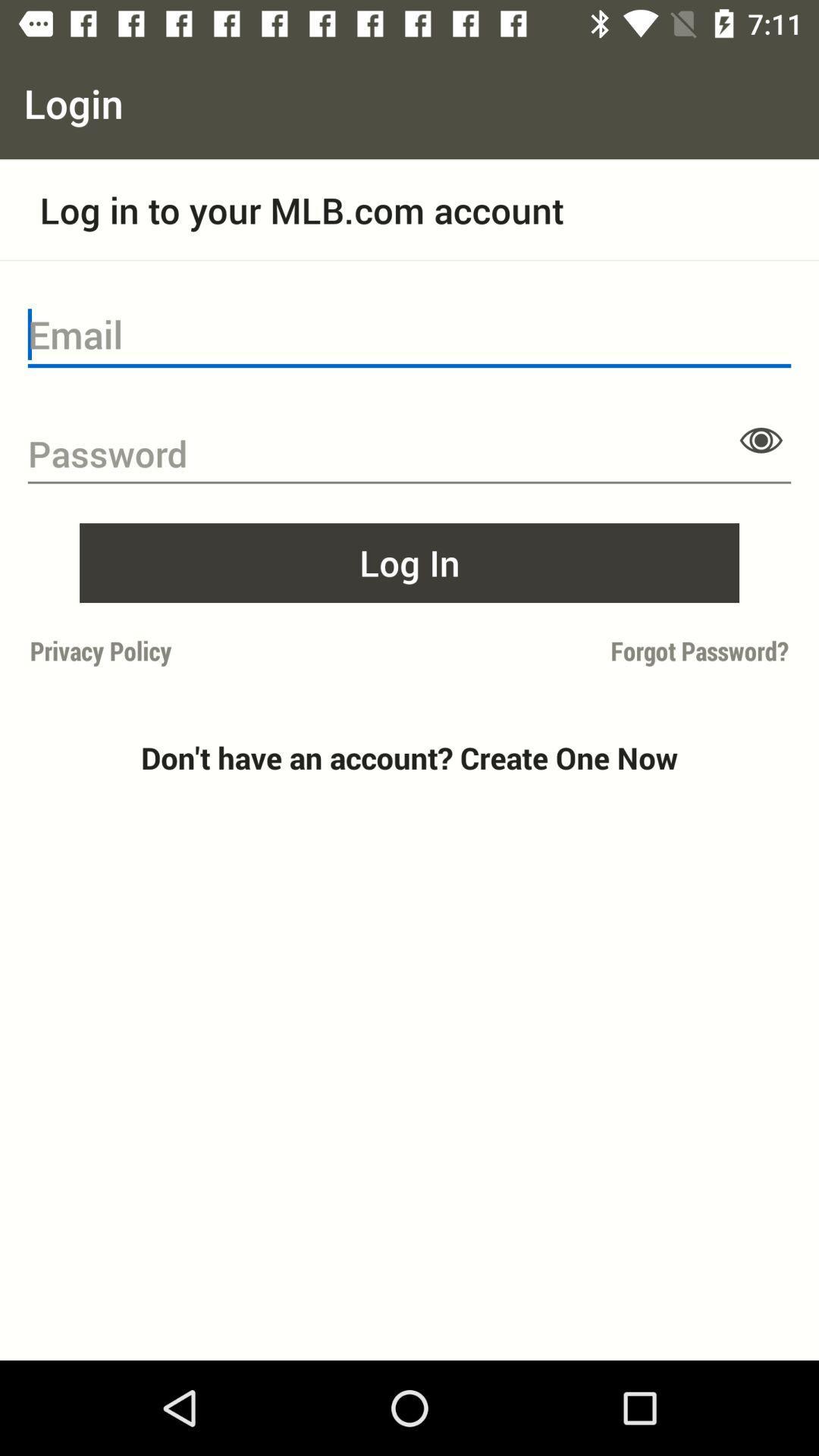  I want to click on show, so click(761, 439).